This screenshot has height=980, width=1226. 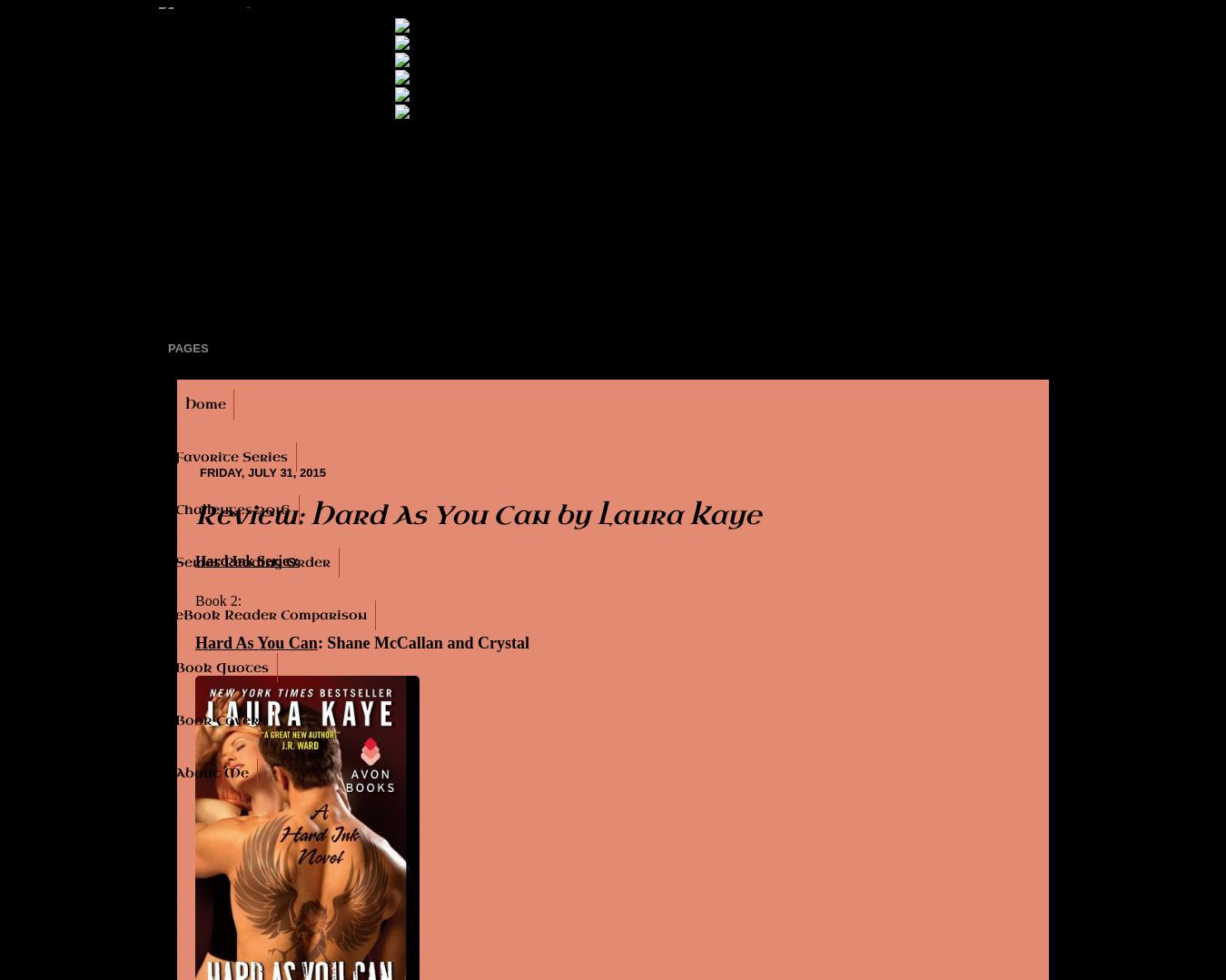 I want to click on 'eBook Reader Comparison', so click(x=270, y=615).